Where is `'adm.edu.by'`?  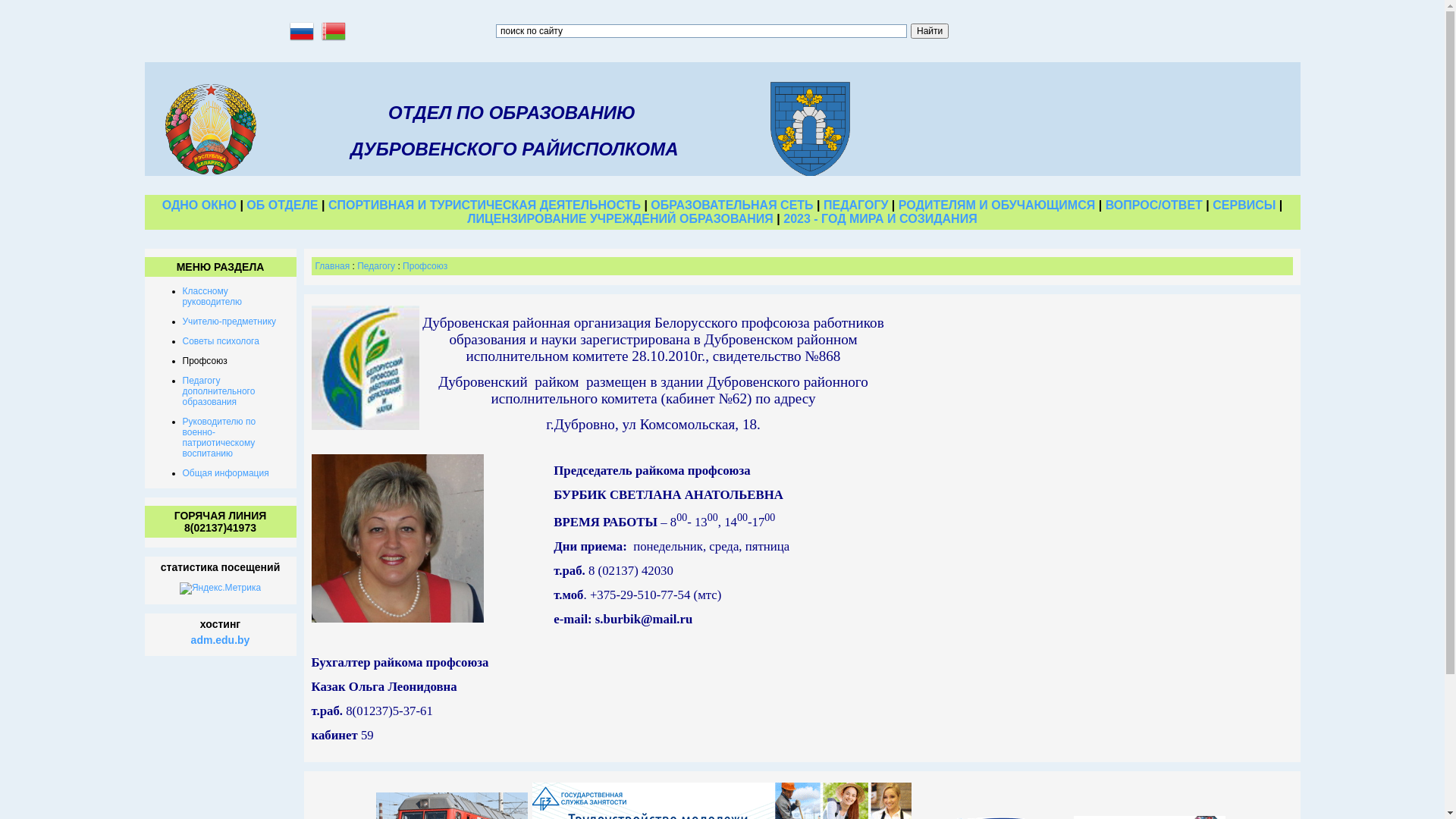
'adm.edu.by' is located at coordinates (190, 640).